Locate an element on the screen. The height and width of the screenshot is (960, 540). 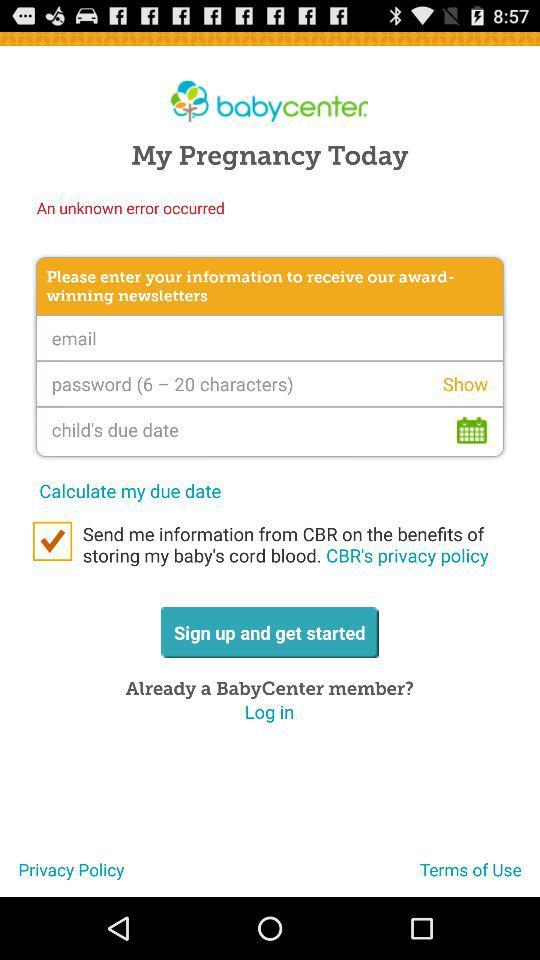
item above the privacy policy app is located at coordinates (52, 541).